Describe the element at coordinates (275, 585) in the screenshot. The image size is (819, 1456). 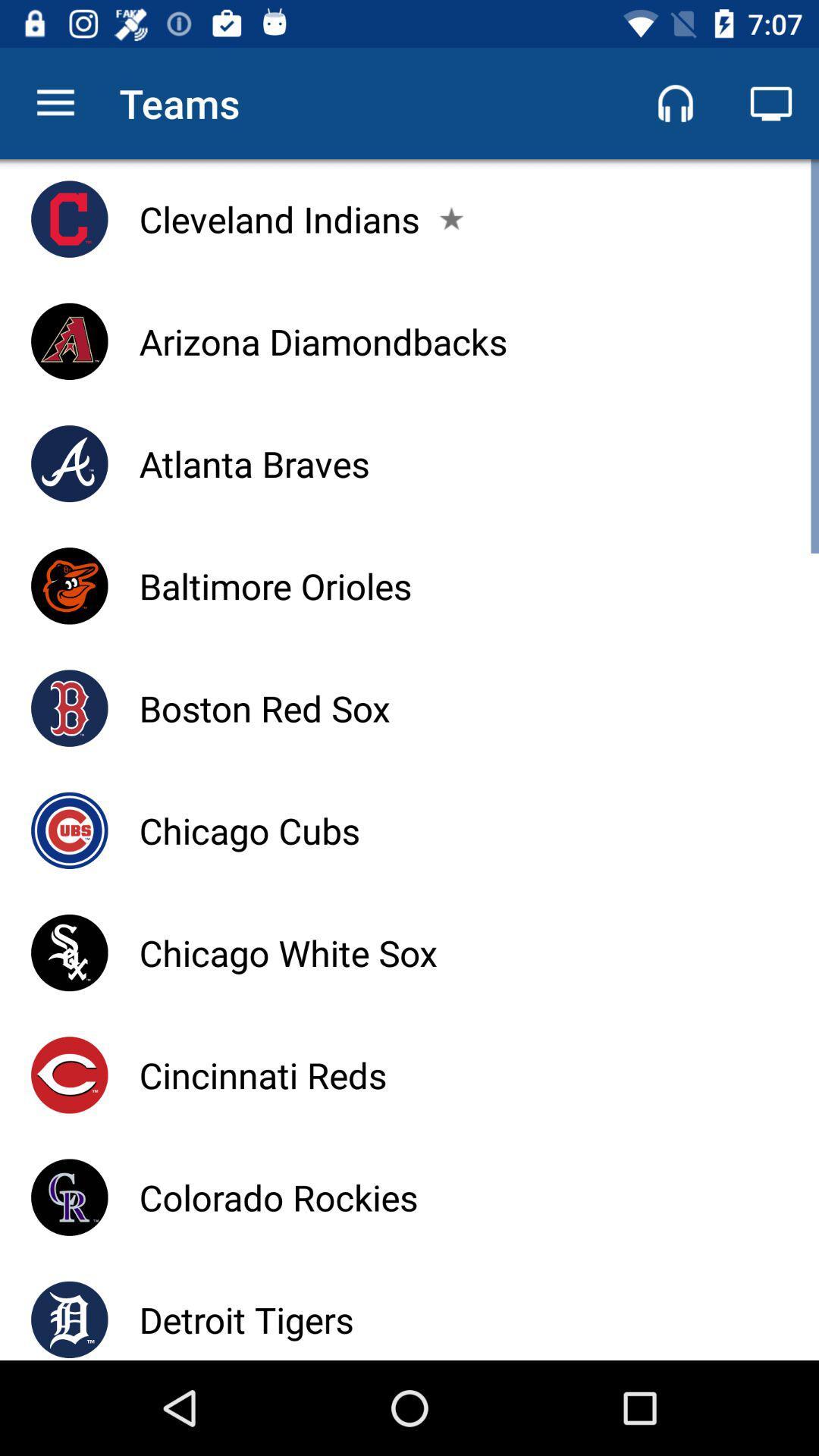
I see `baltimore orioles` at that location.